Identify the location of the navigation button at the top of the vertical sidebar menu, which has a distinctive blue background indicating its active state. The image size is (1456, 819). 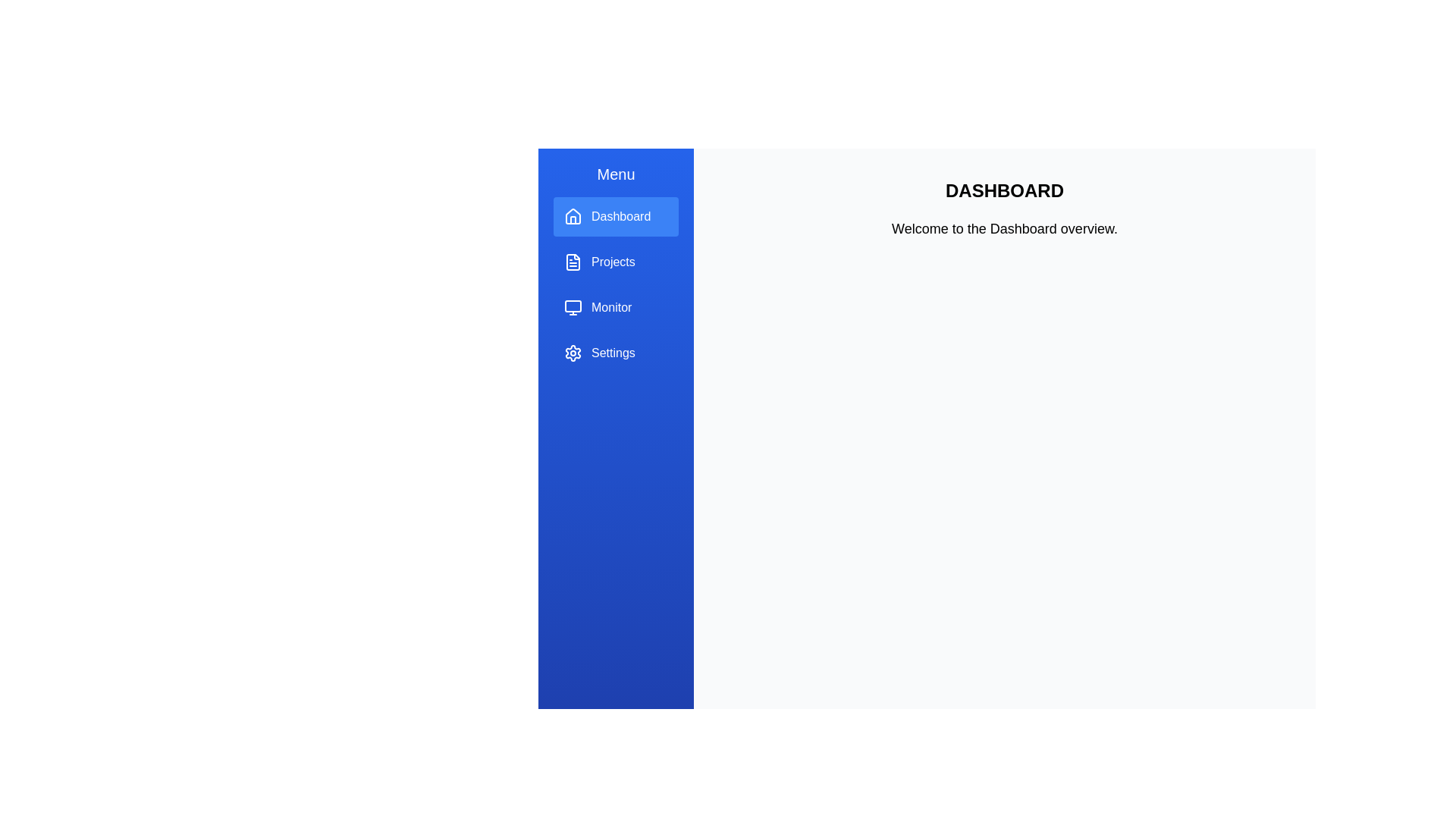
(616, 216).